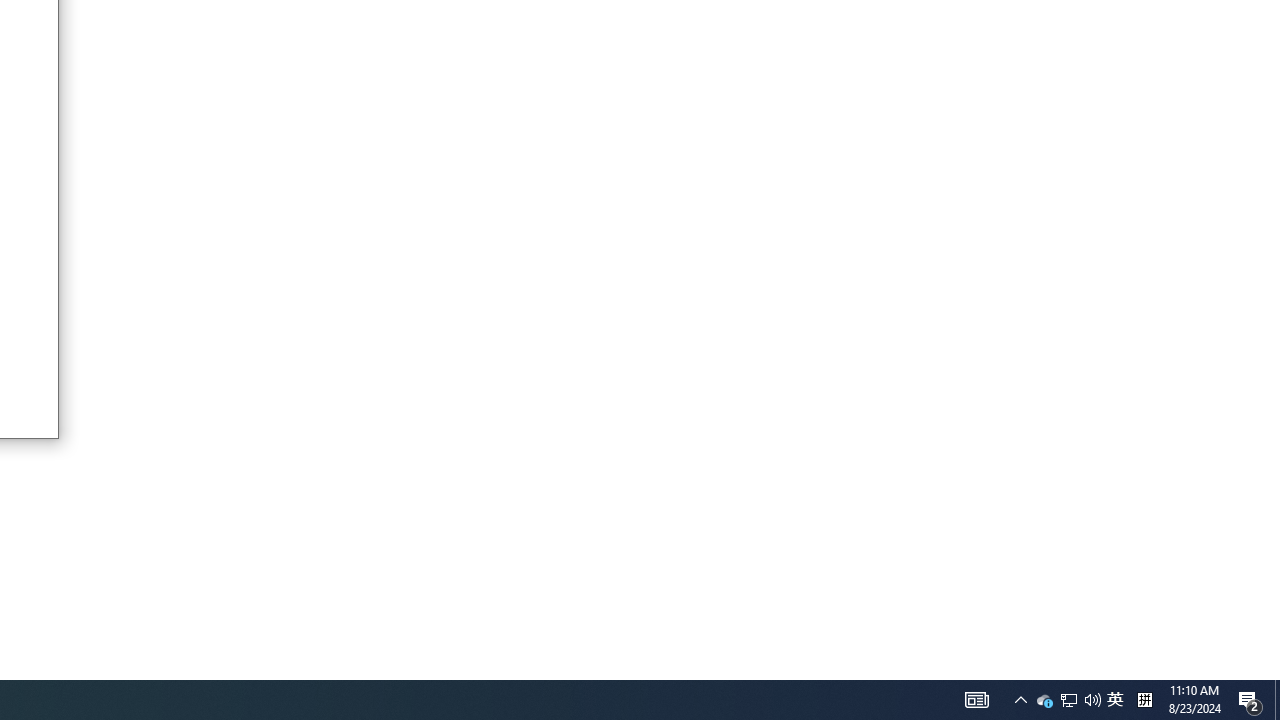  What do you see at coordinates (1068, 698) in the screenshot?
I see `'Q2790: 100%'` at bounding box center [1068, 698].